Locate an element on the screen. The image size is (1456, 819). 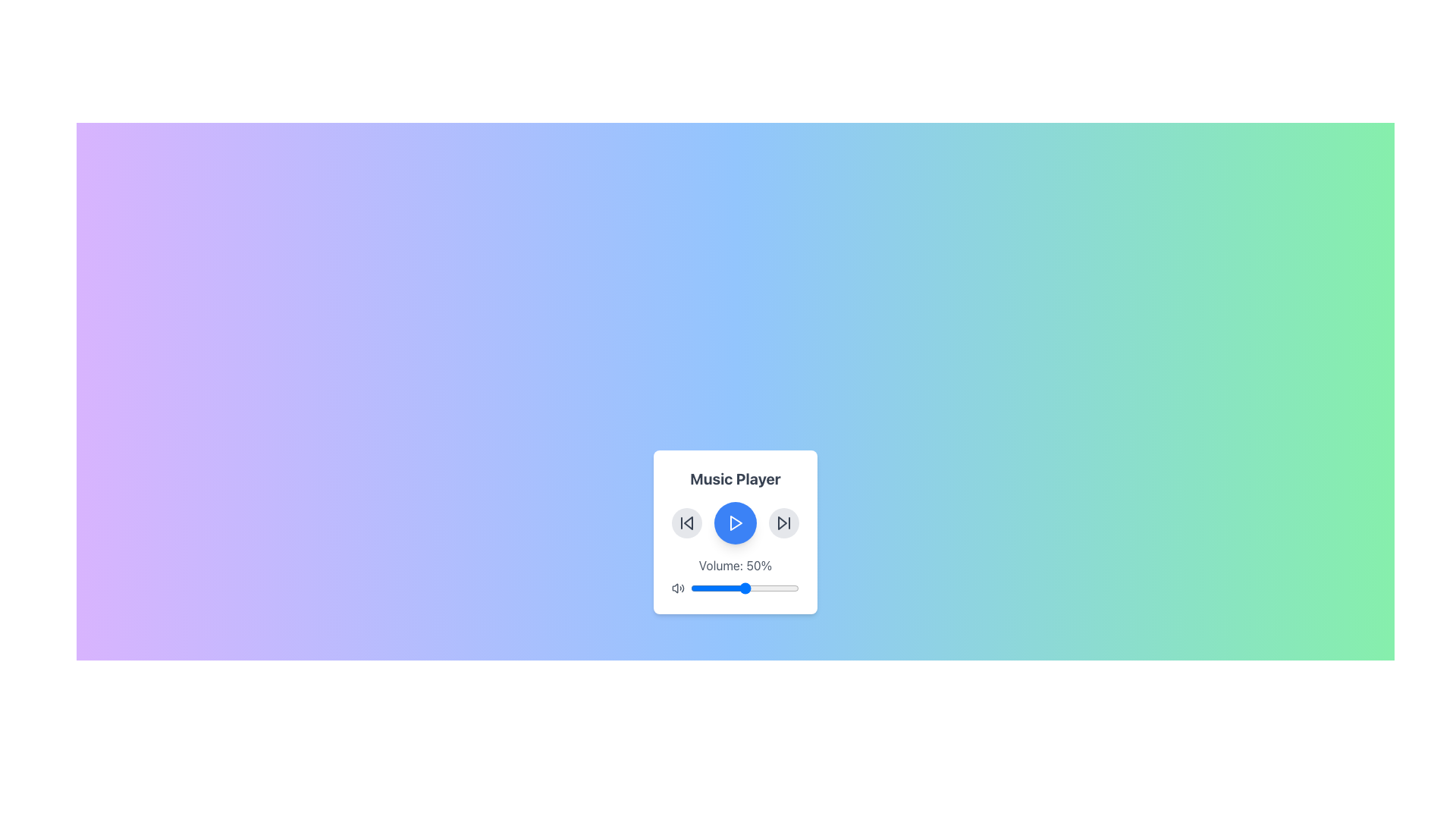
volume level is located at coordinates (750, 587).